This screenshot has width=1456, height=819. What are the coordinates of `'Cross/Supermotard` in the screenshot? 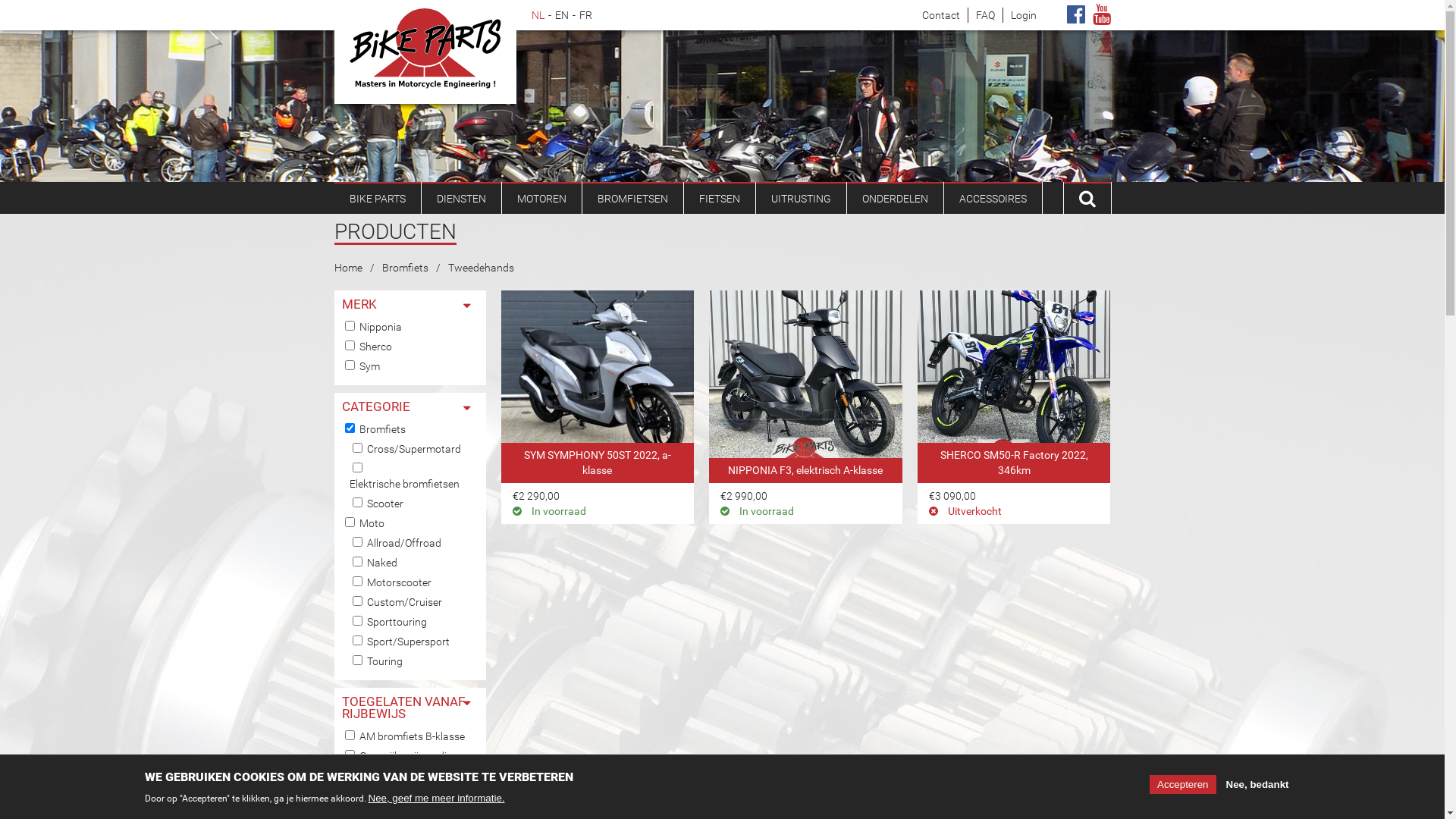 It's located at (414, 447).